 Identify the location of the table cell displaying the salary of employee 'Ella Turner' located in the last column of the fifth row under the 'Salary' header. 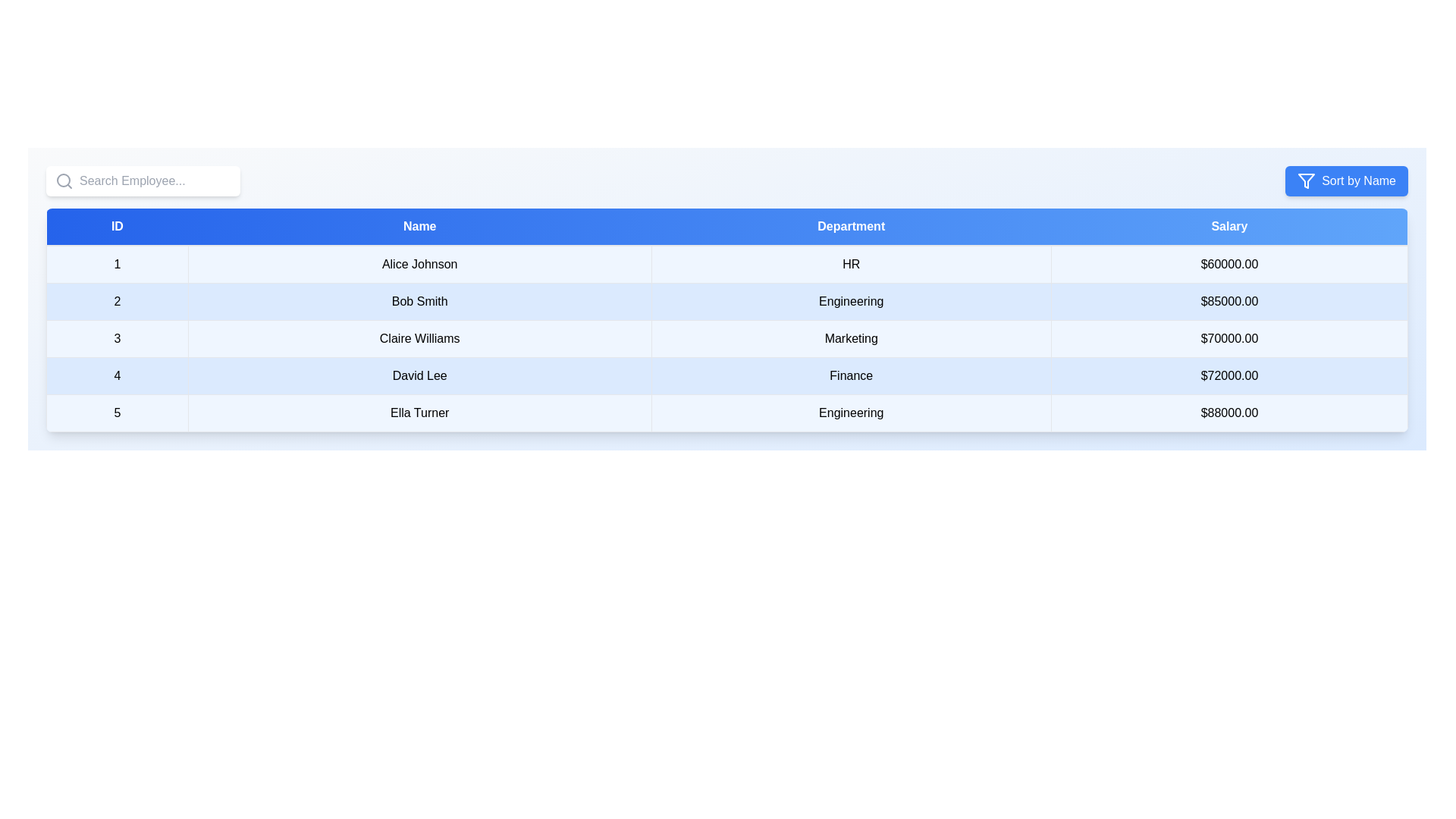
(1229, 413).